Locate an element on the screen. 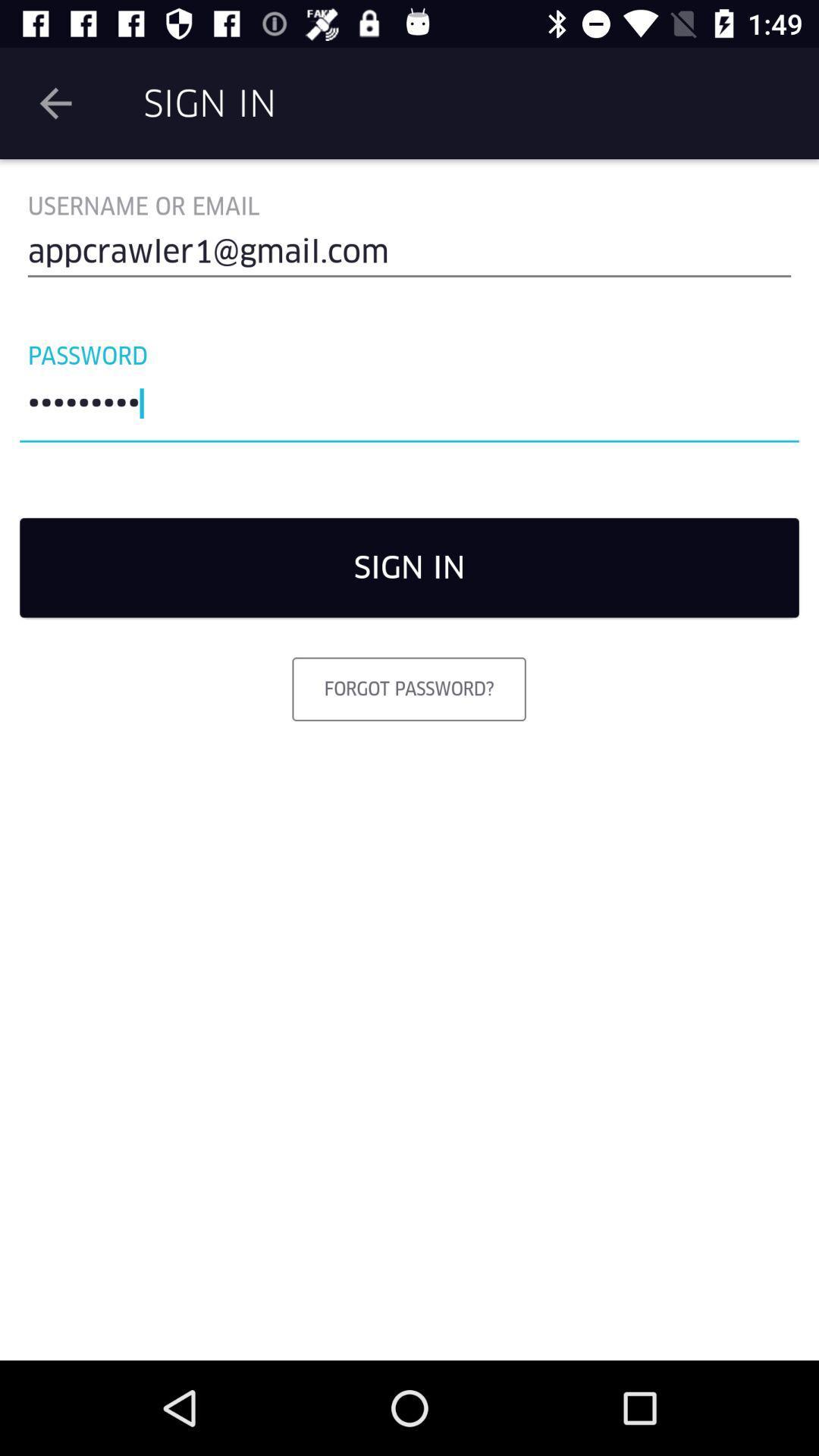 The image size is (819, 1456). appcrawler1@gmail.com icon is located at coordinates (409, 258).